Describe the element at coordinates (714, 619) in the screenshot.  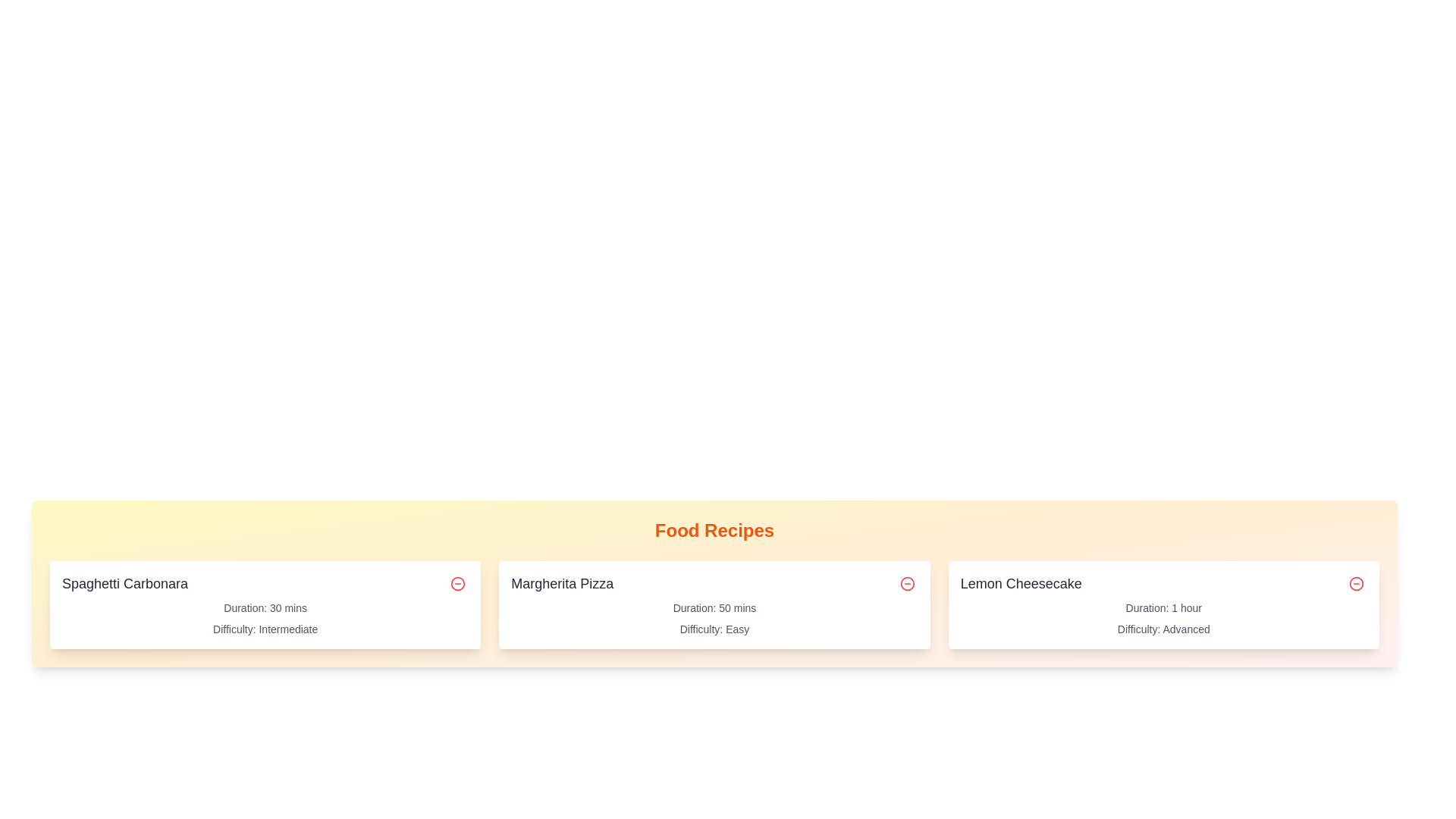
I see `the Text Display Group that provides additional information about the Margherita Pizza recipe, specifically its preparation duration and difficulty level` at that location.